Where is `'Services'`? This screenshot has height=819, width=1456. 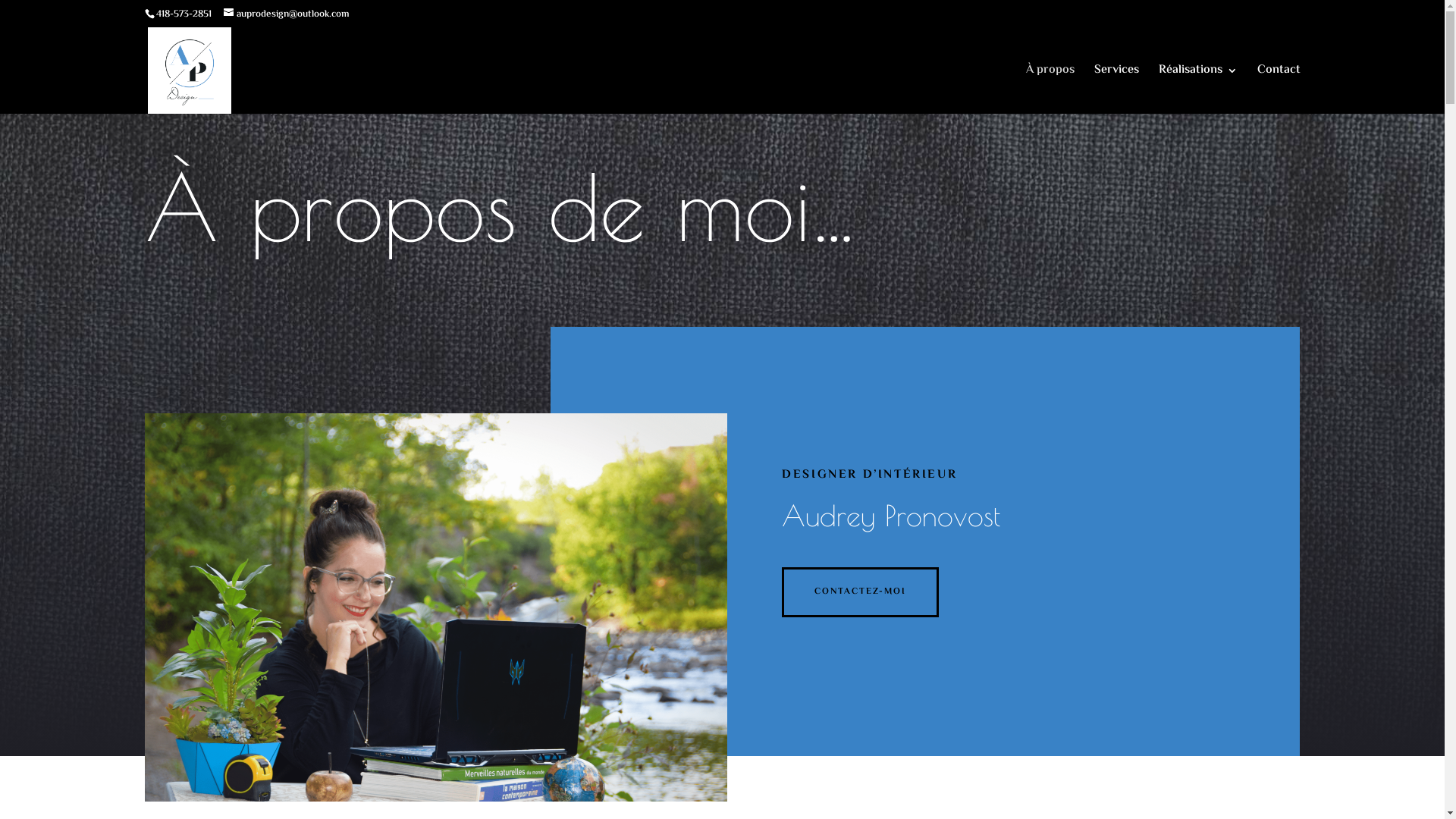
'Services' is located at coordinates (1116, 89).